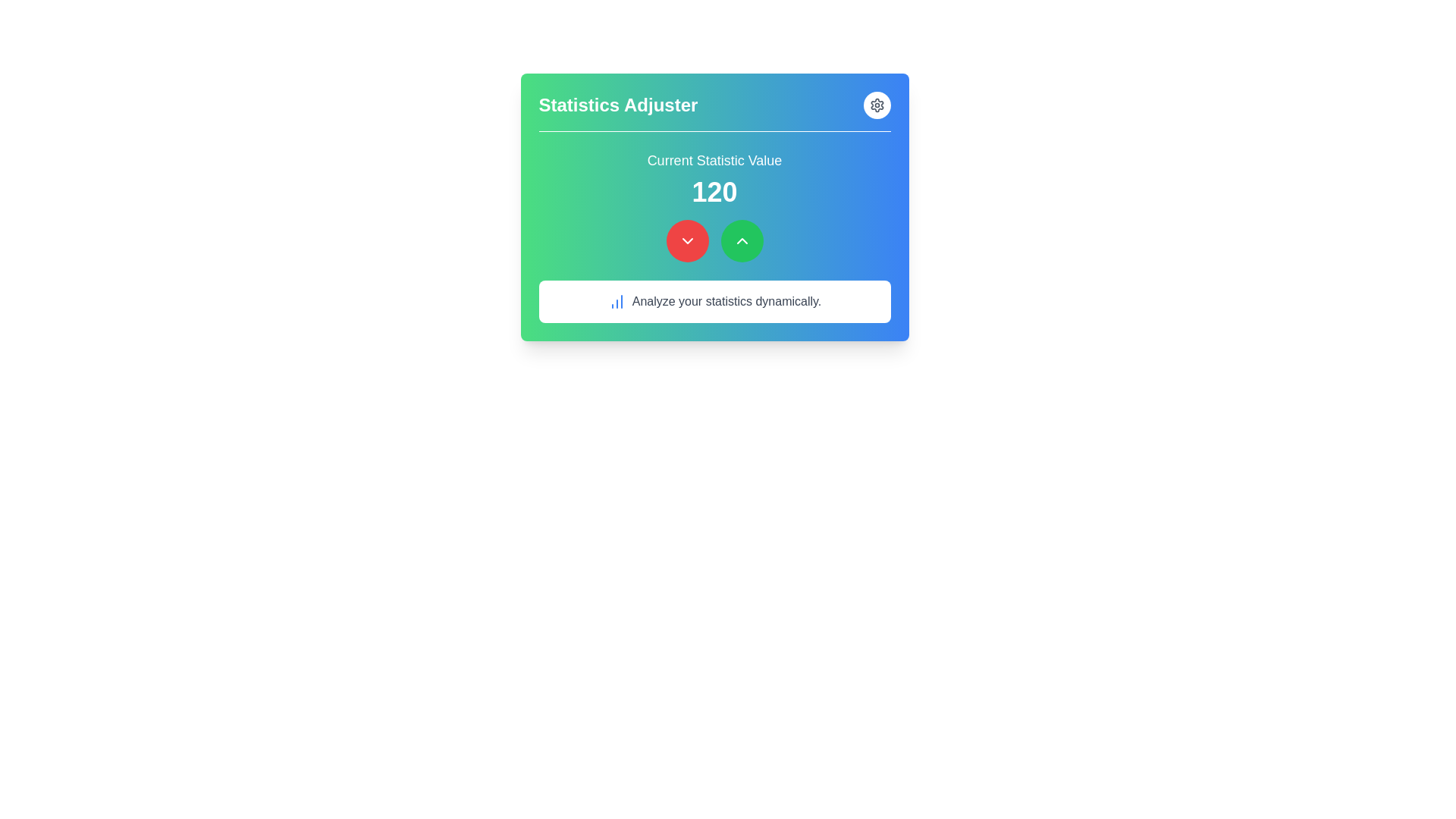  Describe the element at coordinates (877, 104) in the screenshot. I see `the settings toggle button located at the top-right corner of the 'Statistics Adjuster' card` at that location.